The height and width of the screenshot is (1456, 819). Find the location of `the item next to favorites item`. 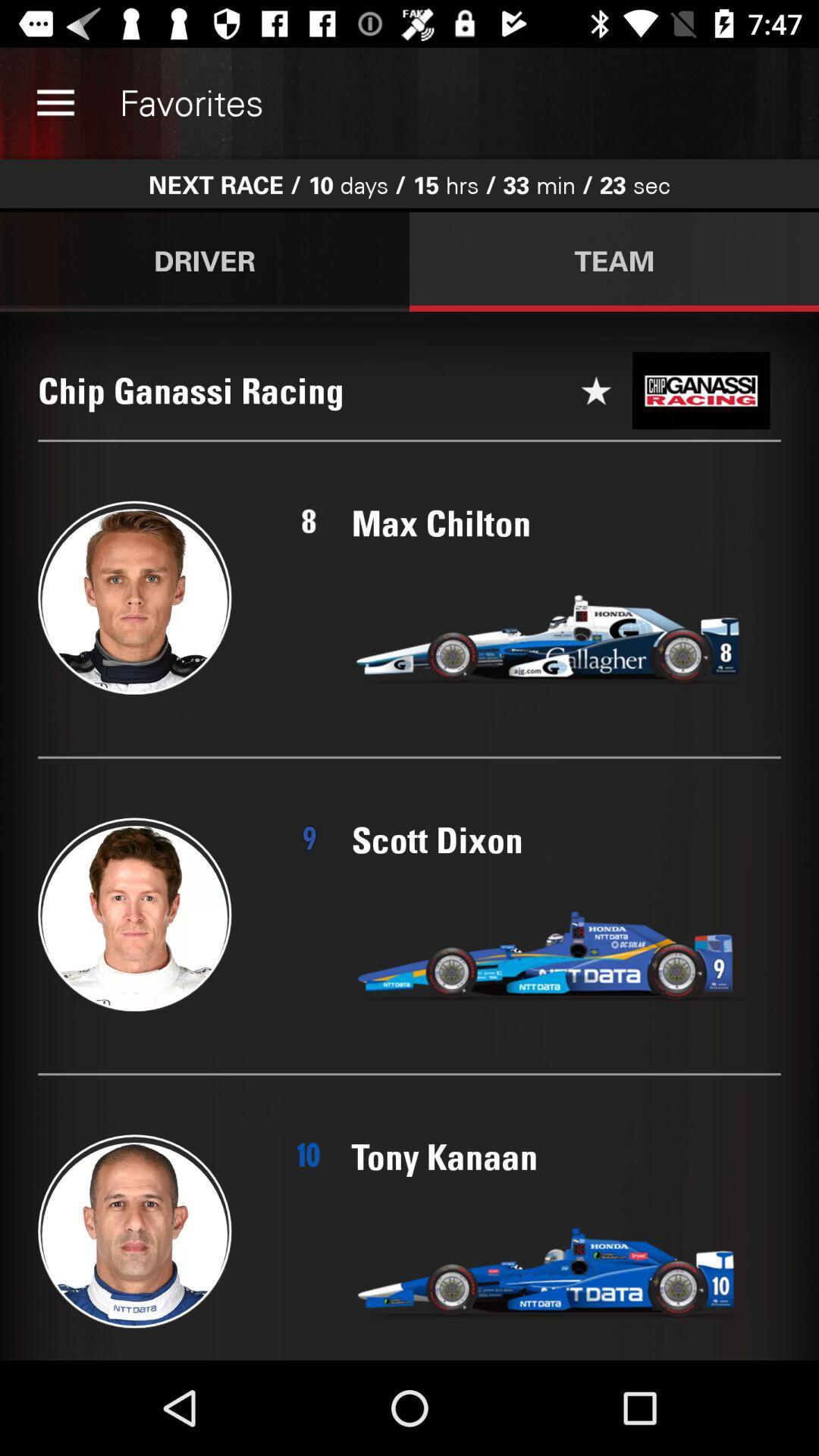

the item next to favorites item is located at coordinates (55, 102).